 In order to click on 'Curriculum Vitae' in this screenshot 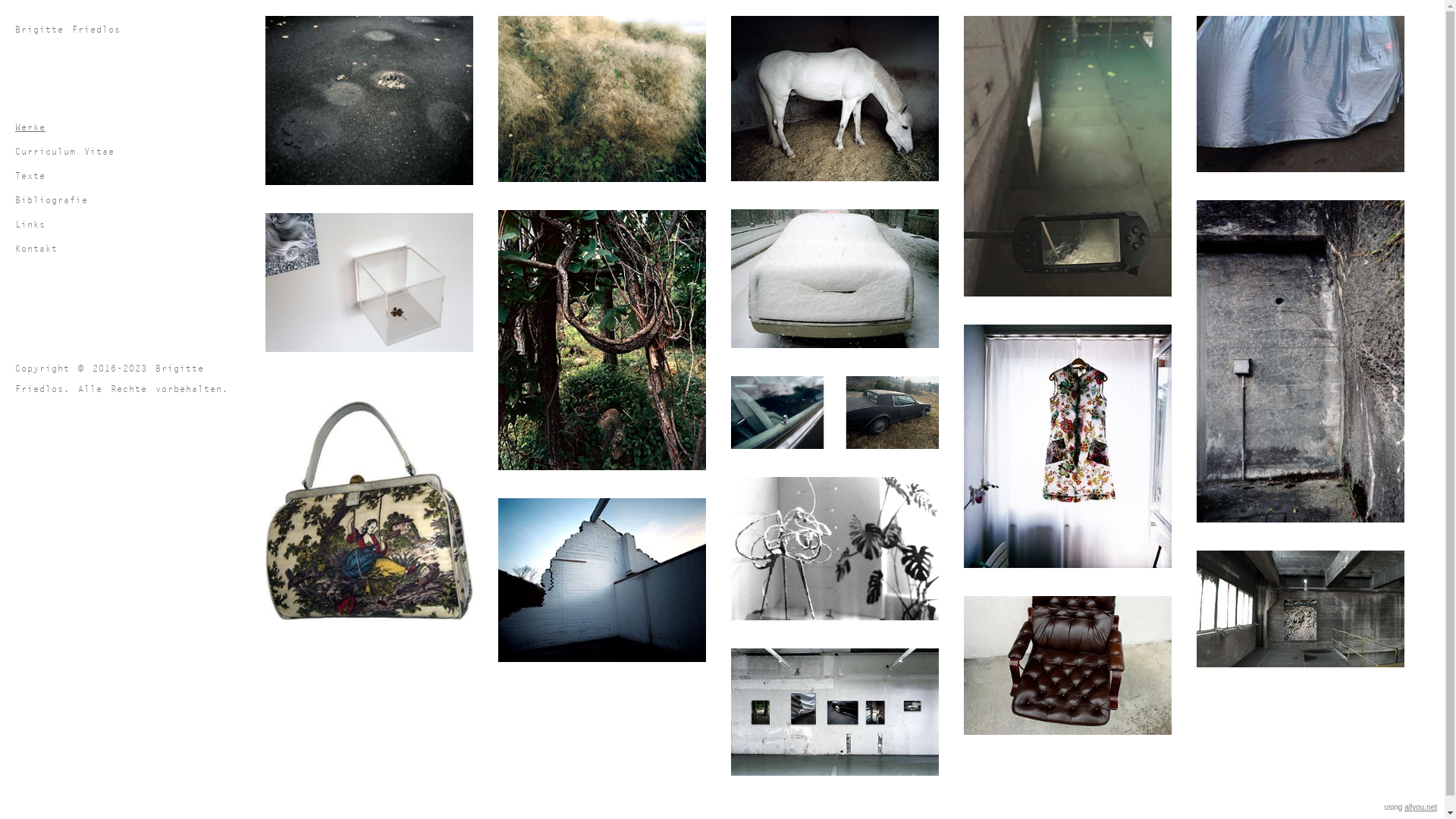, I will do `click(14, 151)`.